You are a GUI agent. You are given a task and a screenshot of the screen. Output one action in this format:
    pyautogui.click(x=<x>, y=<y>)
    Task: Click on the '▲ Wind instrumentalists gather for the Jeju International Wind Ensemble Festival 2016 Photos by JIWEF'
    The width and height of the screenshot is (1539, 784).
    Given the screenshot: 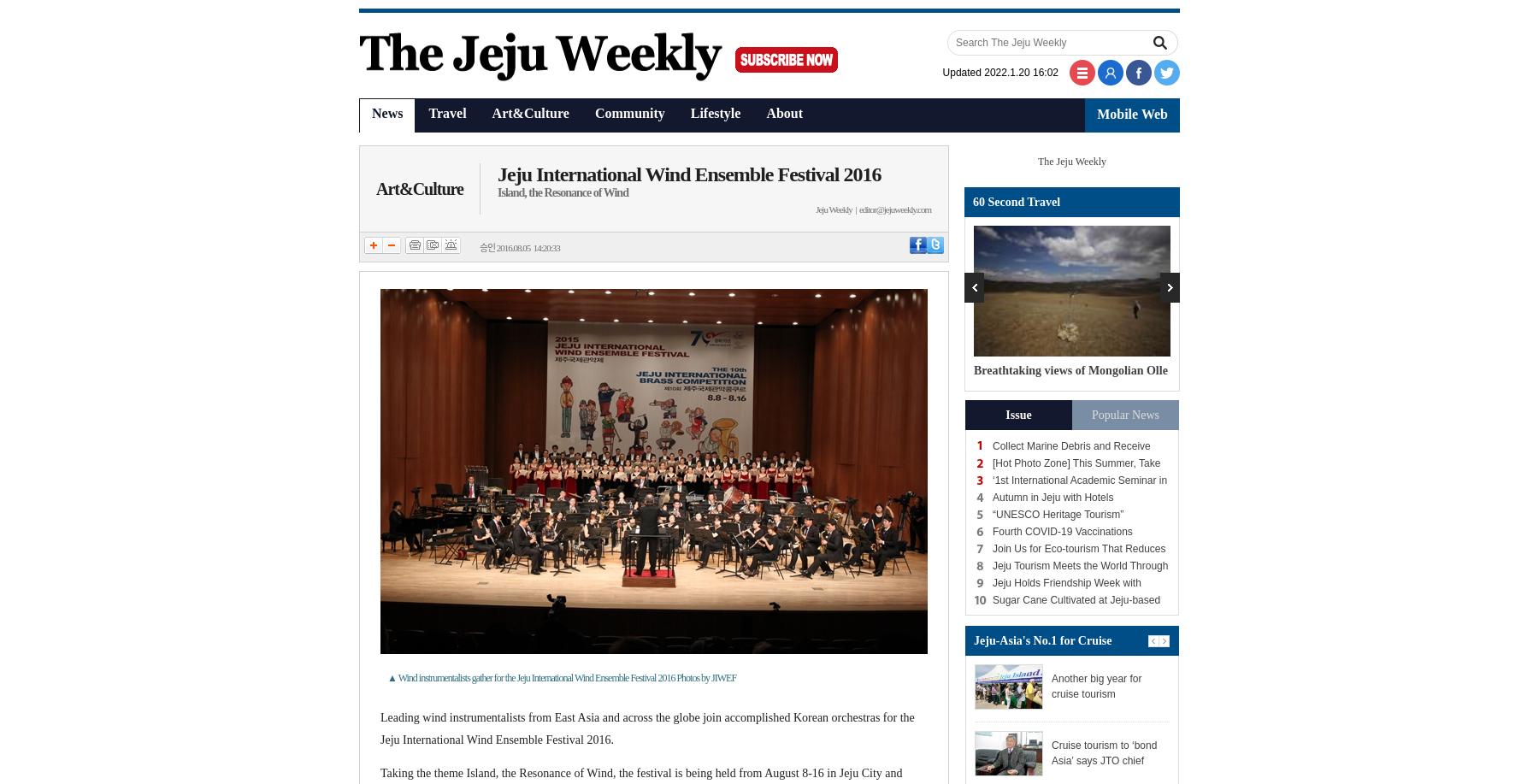 What is the action you would take?
    pyautogui.click(x=386, y=678)
    